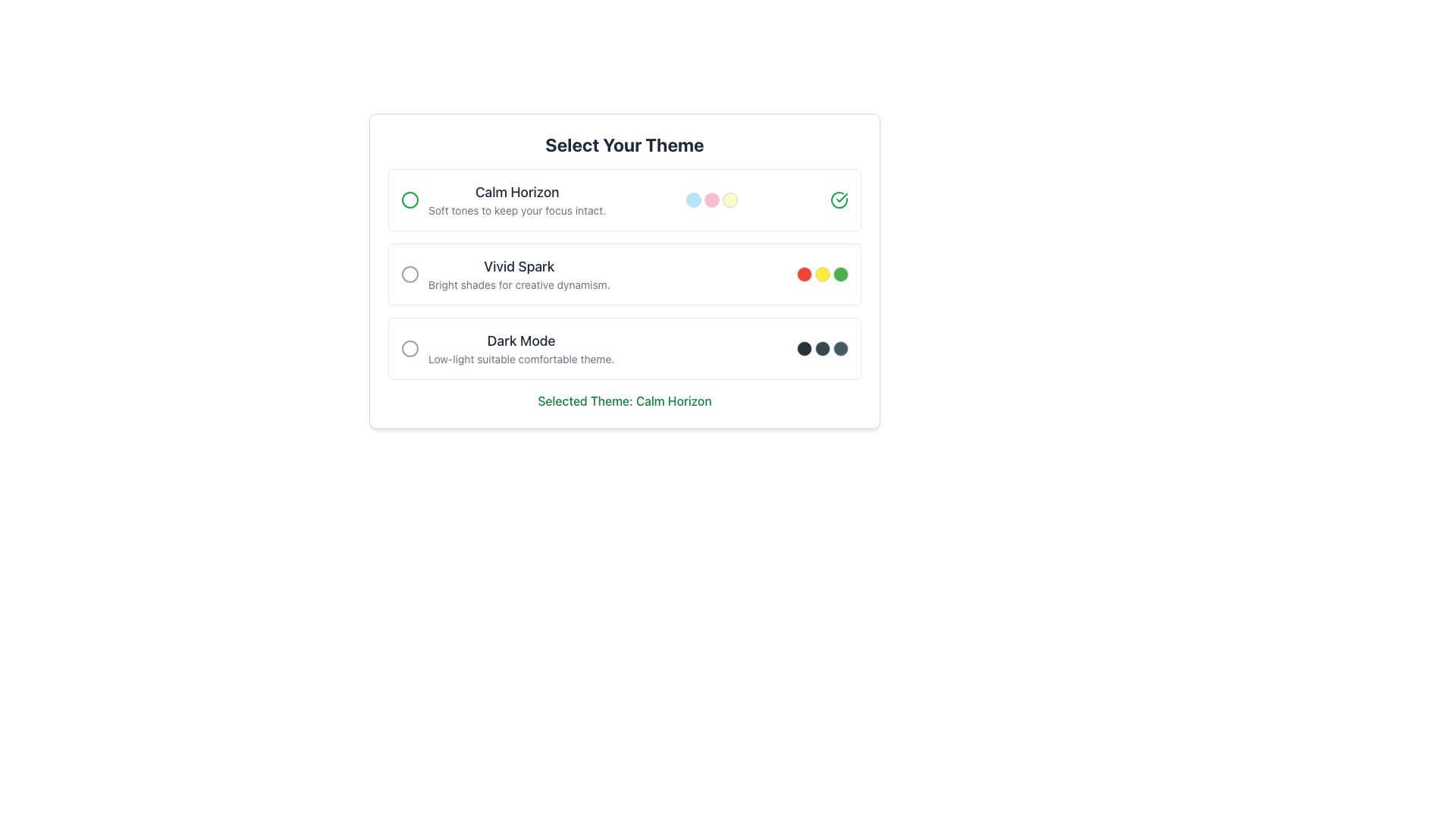 This screenshot has height=819, width=1456. Describe the element at coordinates (519, 284) in the screenshot. I see `the Text Label that provides a descriptive subtitle for the 'Vivid Spark' theme option, located below the 'Vivid Spark' text in the theme selection panel` at that location.